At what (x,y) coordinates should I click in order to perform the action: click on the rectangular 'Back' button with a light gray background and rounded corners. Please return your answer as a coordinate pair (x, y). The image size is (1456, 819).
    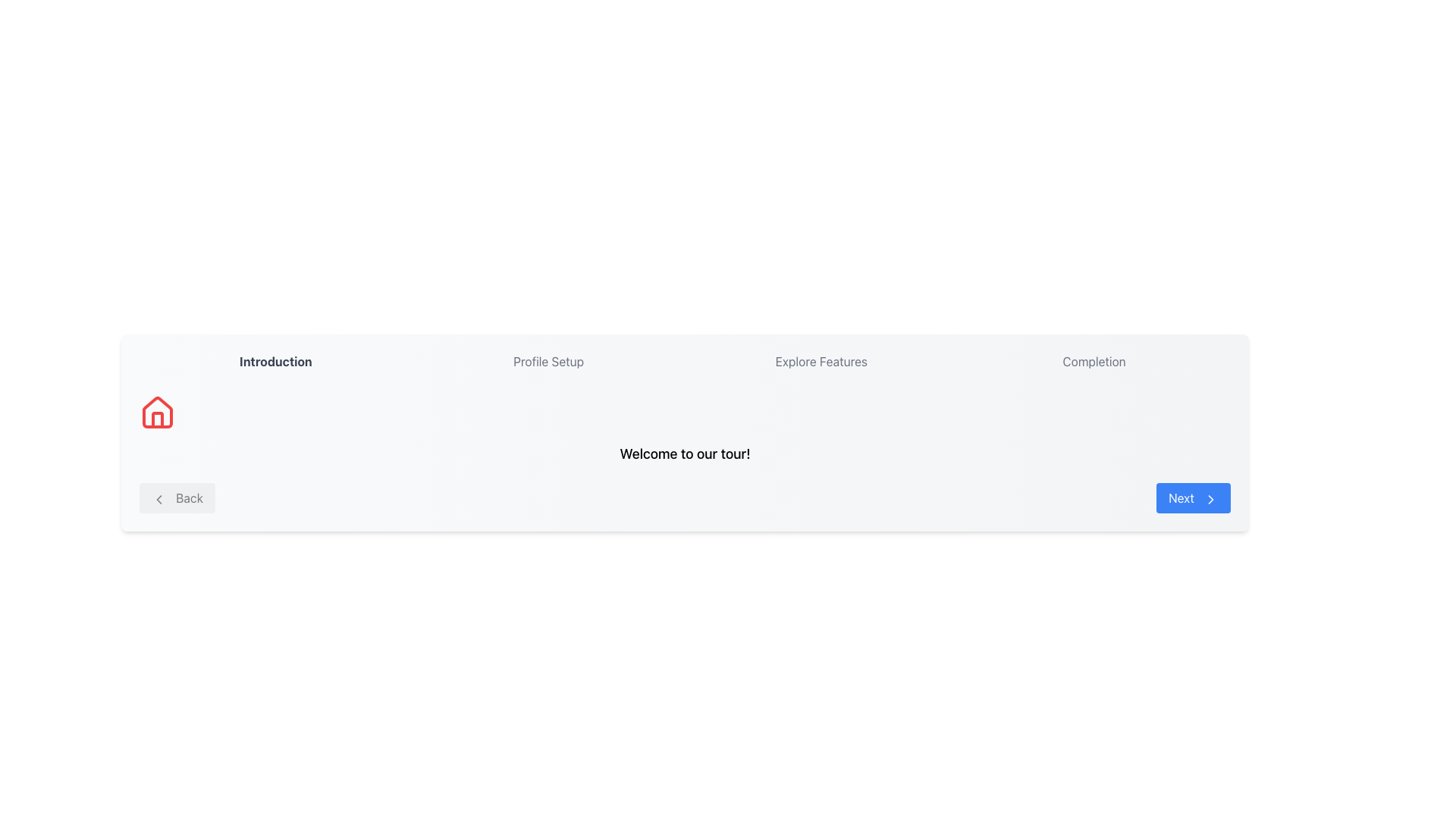
    Looking at the image, I should click on (177, 497).